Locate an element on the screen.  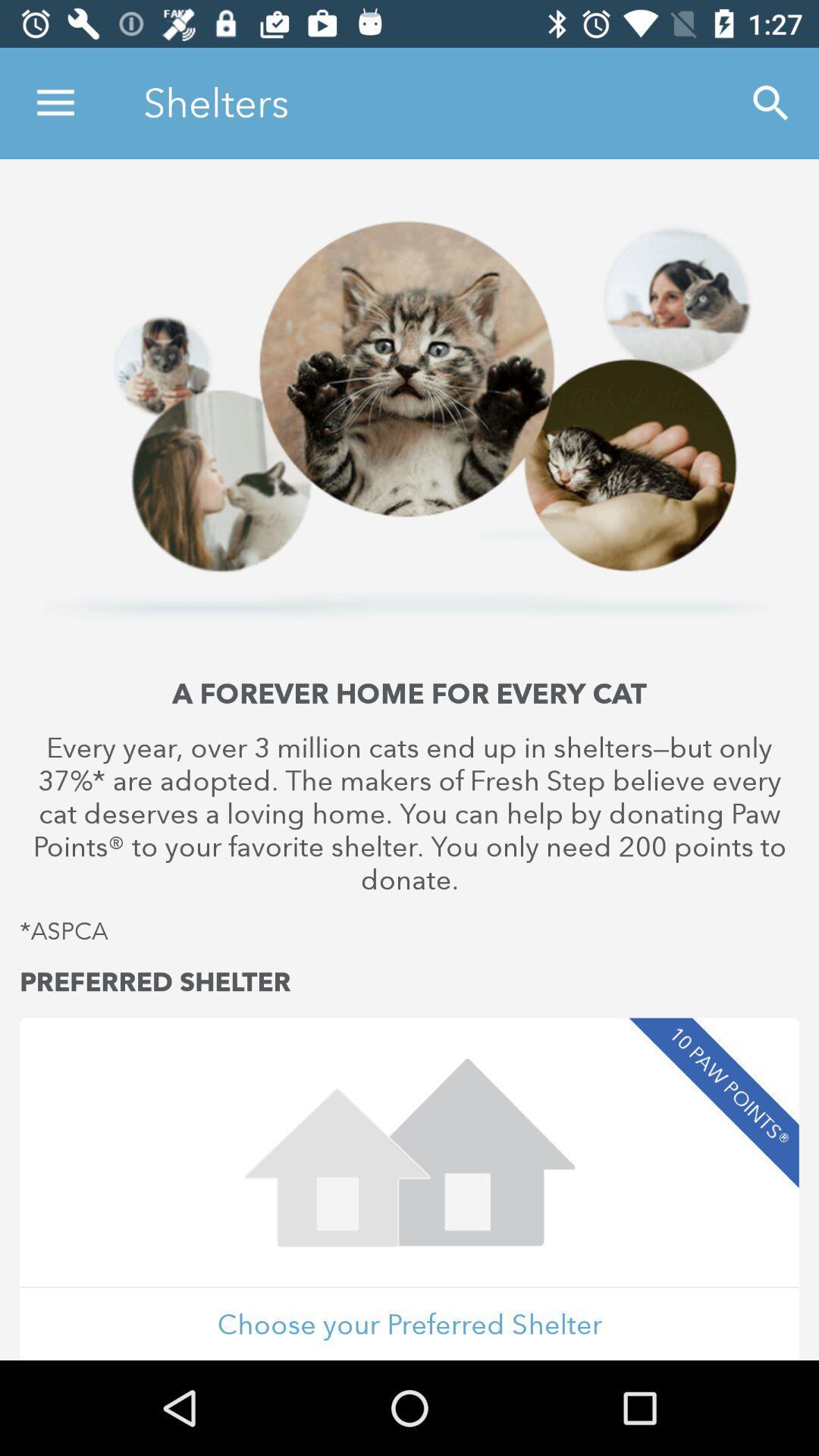
the icon to the left of the shelters icon is located at coordinates (55, 102).